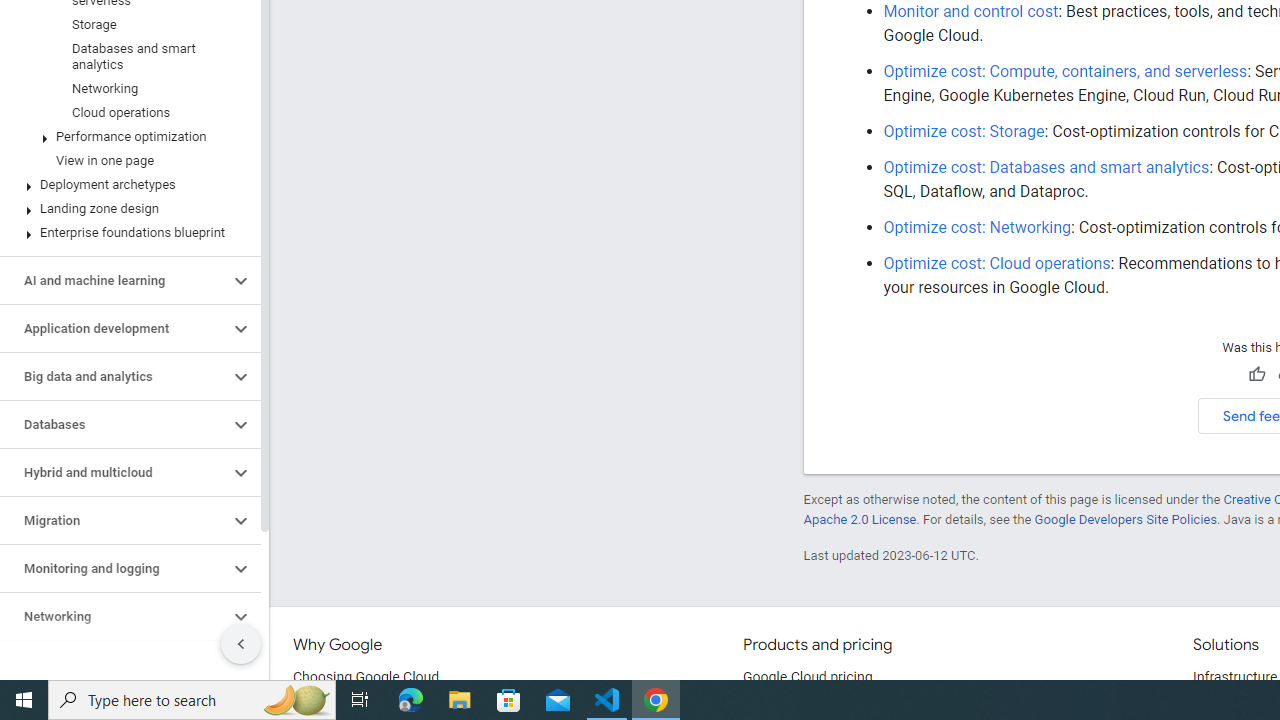 This screenshot has width=1280, height=720. What do you see at coordinates (125, 231) in the screenshot?
I see `'Enterprise foundations blueprint'` at bounding box center [125, 231].